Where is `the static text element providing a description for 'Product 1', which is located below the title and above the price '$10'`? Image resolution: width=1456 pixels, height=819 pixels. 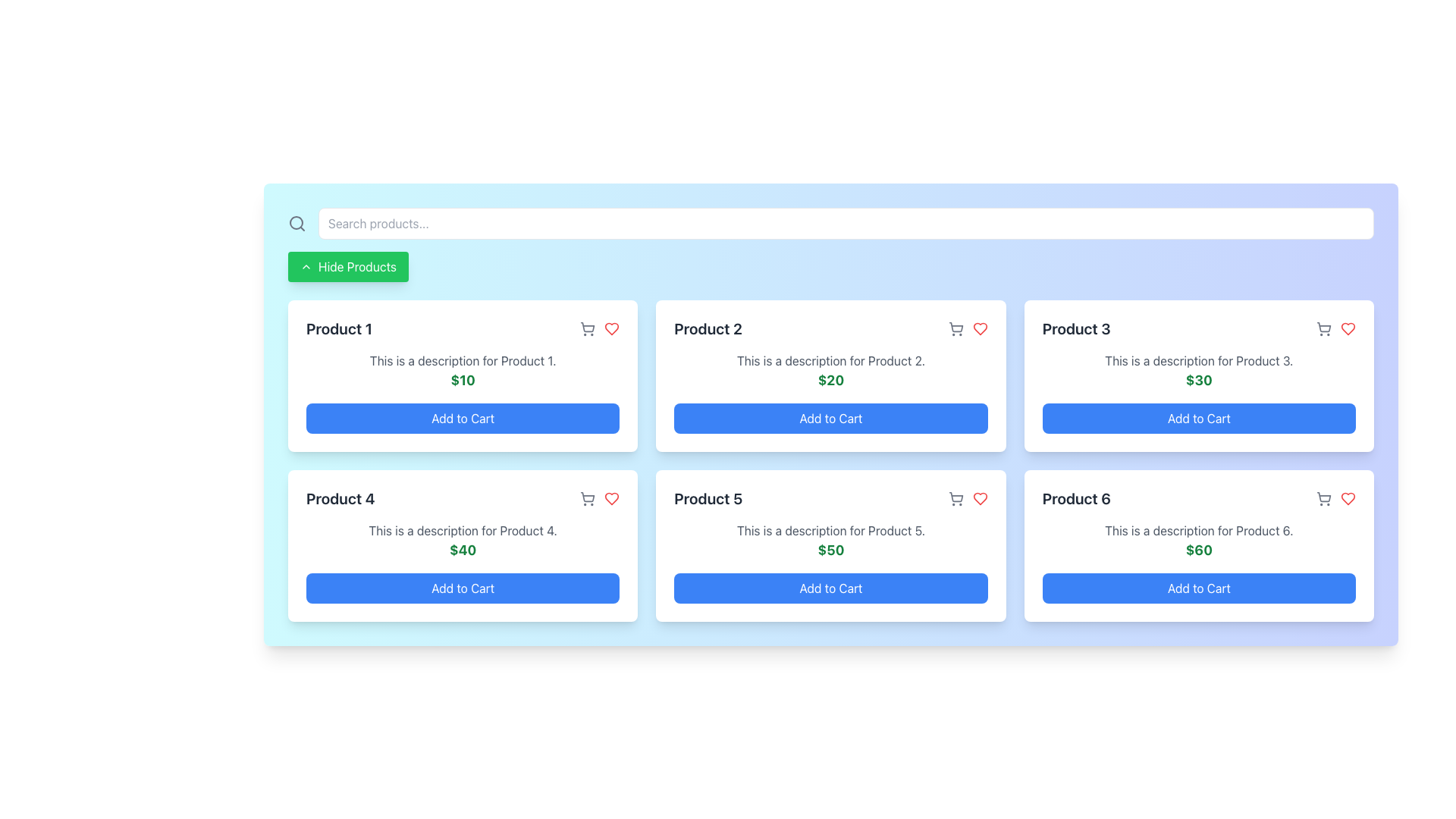 the static text element providing a description for 'Product 1', which is located below the title and above the price '$10' is located at coordinates (462, 360).